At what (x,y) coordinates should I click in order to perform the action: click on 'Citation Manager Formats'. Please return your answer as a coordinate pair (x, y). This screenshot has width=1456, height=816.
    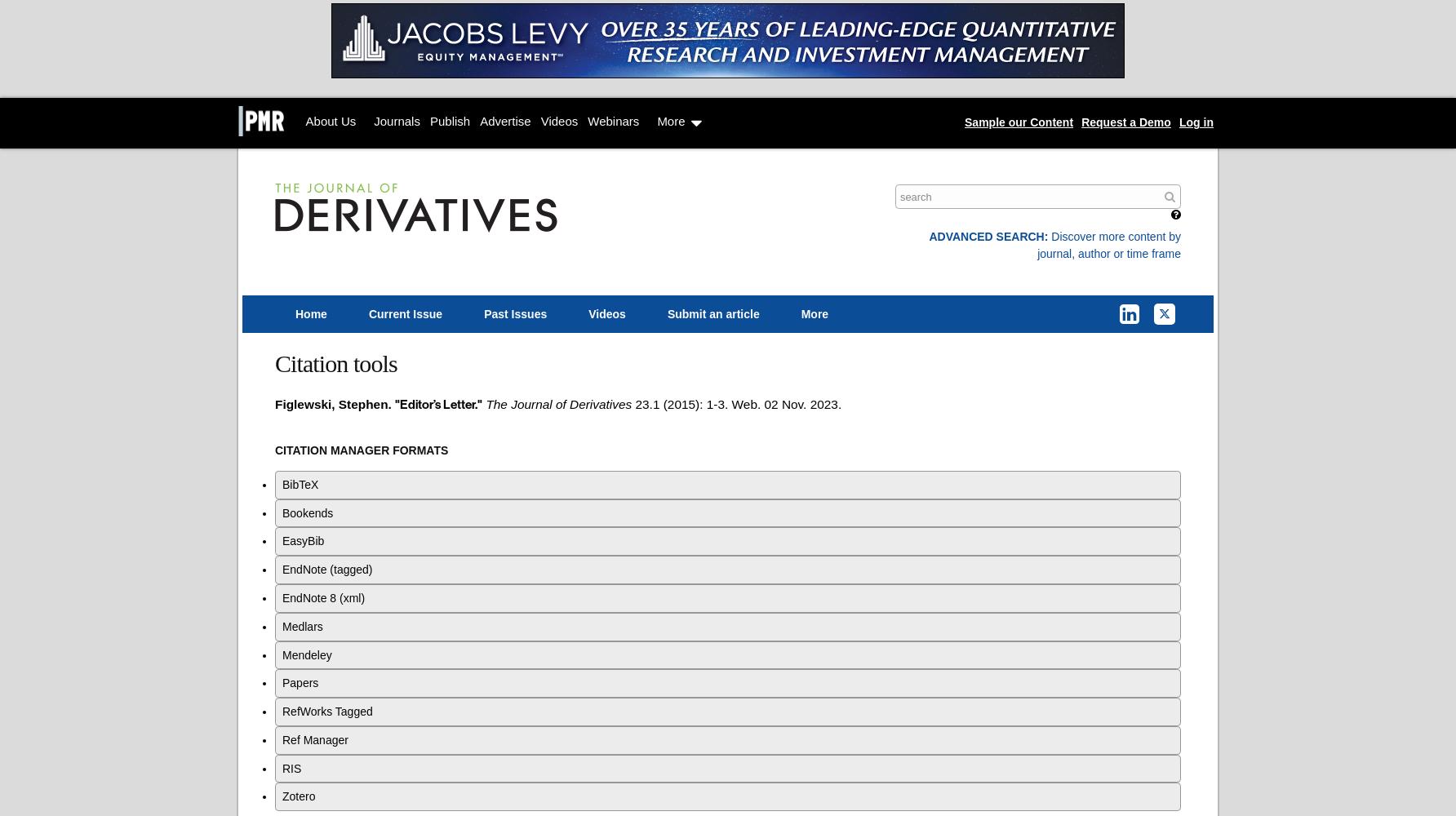
    Looking at the image, I should click on (360, 450).